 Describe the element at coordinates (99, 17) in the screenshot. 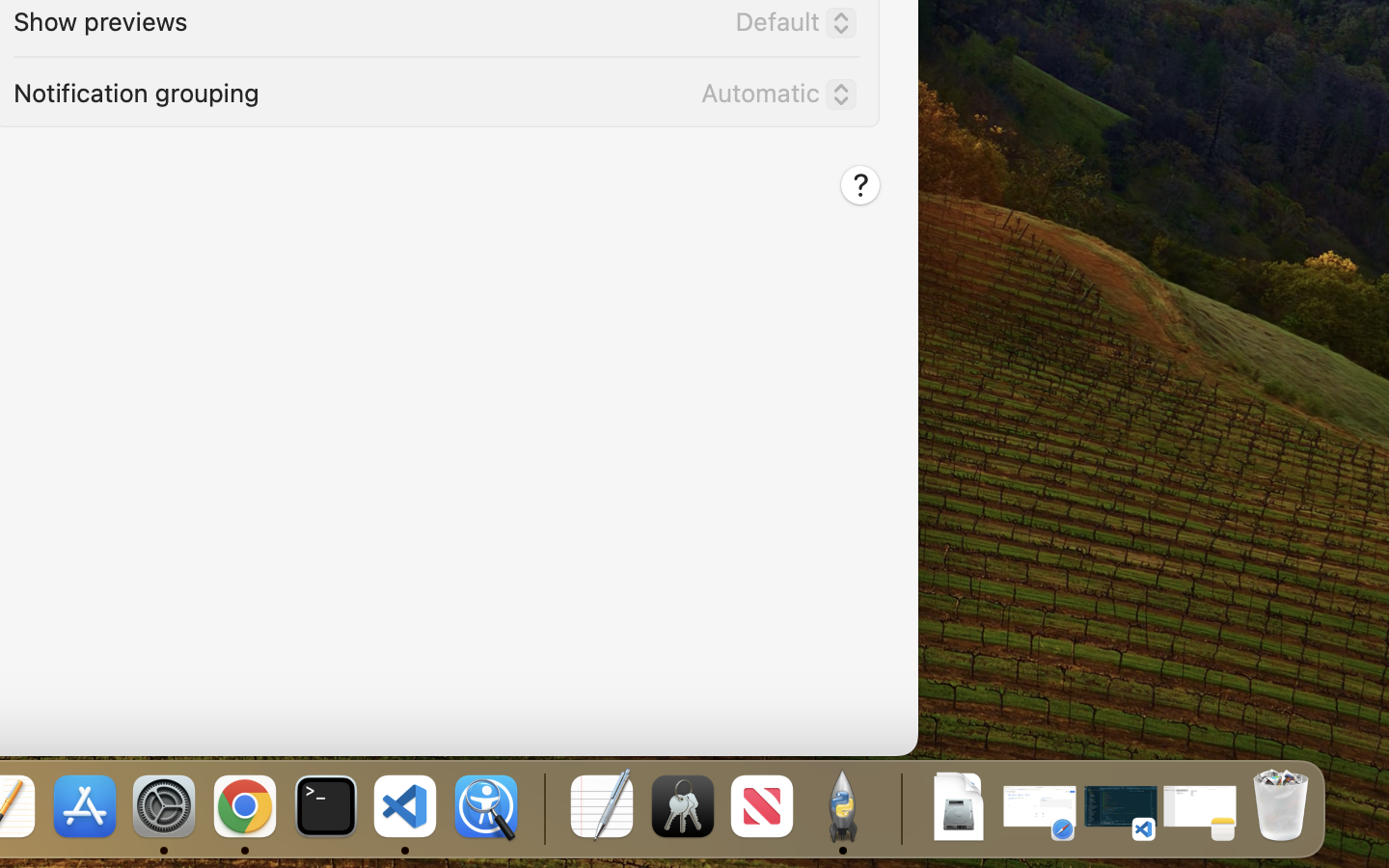

I see `'Show previews'` at that location.